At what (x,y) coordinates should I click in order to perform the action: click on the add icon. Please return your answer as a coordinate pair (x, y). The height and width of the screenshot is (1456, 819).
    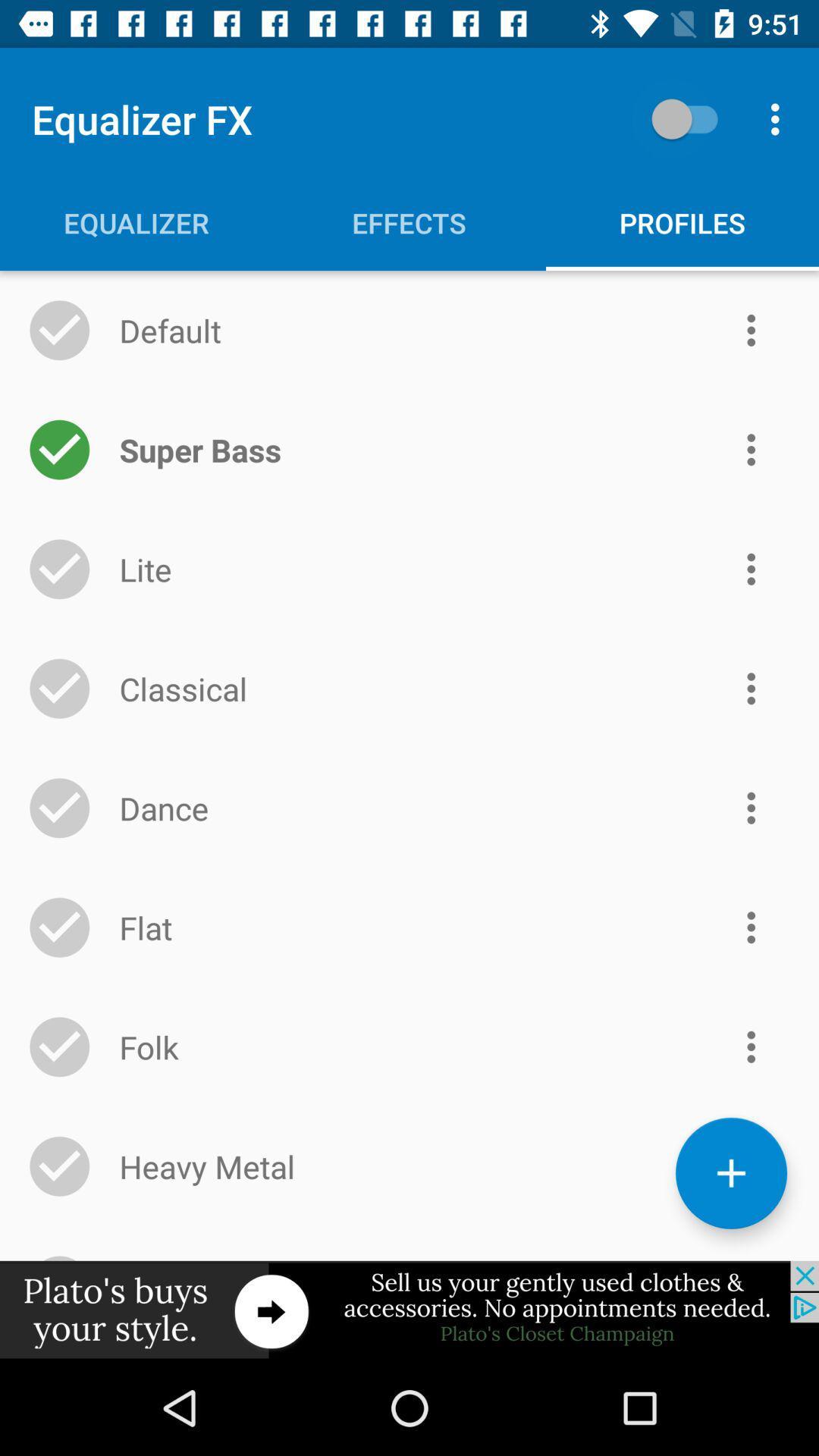
    Looking at the image, I should click on (730, 1172).